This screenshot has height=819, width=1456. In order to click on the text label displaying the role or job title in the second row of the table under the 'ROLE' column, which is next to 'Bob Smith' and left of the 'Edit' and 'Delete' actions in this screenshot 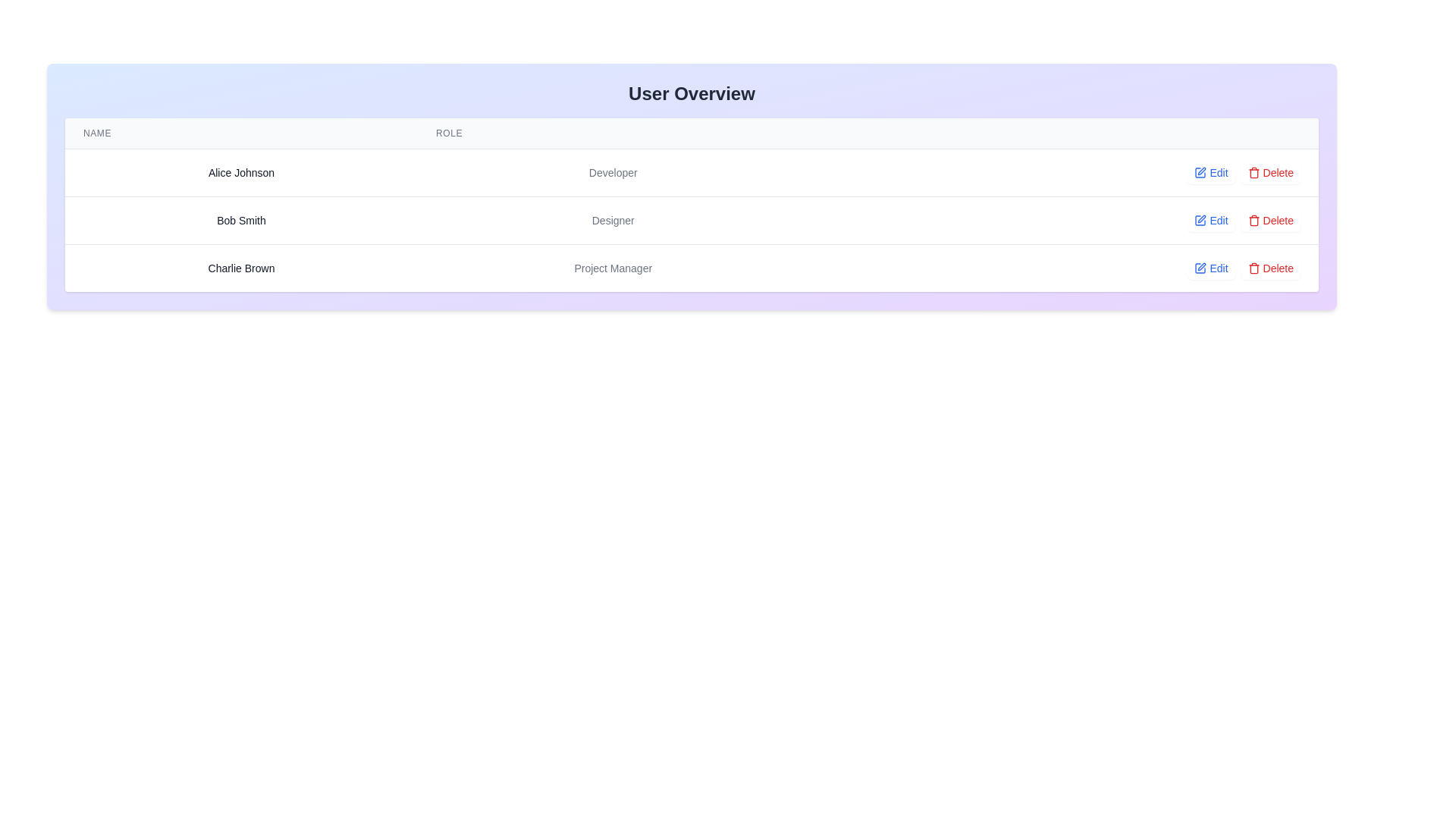, I will do `click(613, 220)`.